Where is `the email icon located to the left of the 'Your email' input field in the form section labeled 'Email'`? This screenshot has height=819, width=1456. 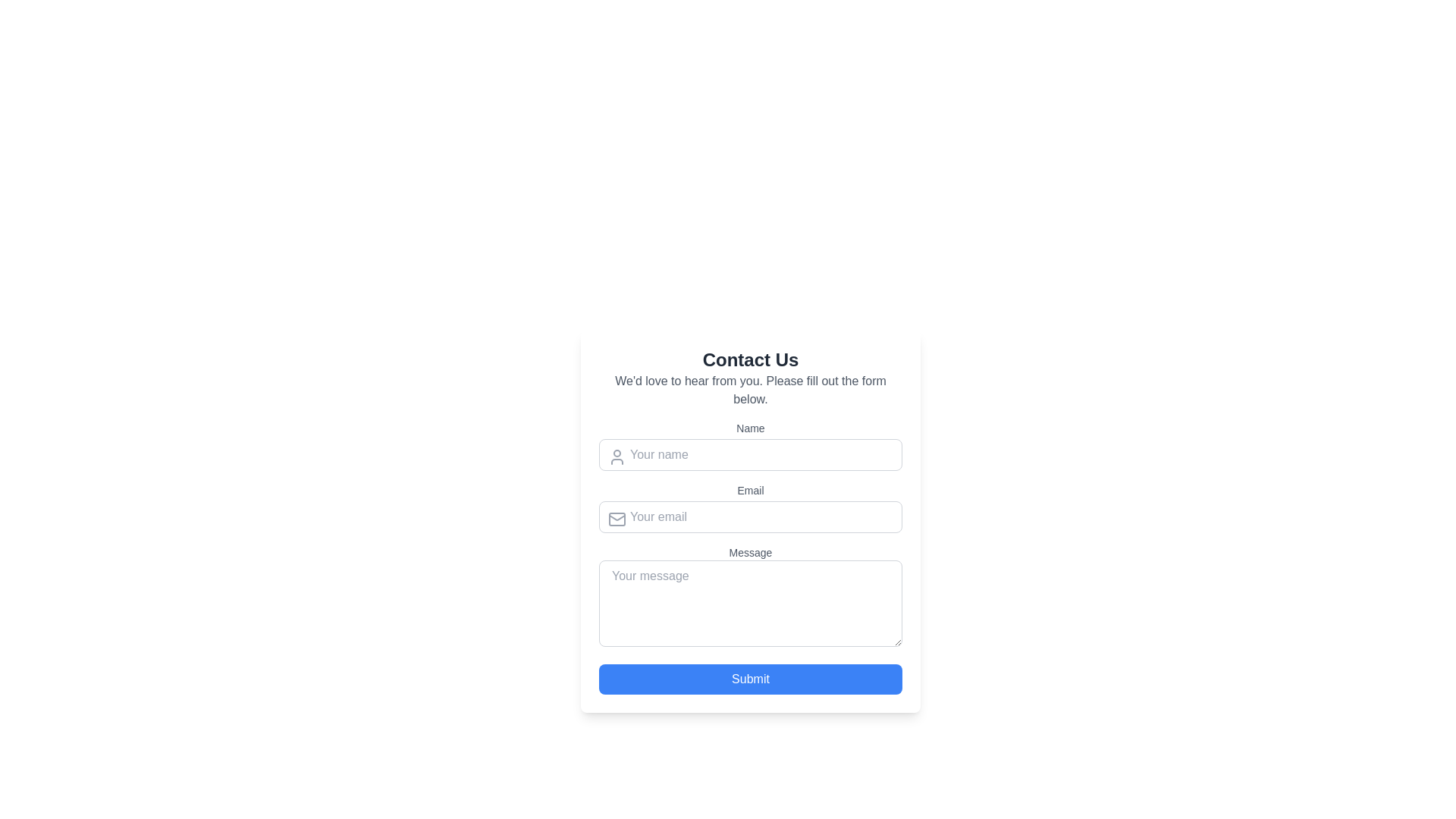 the email icon located to the left of the 'Your email' input field in the form section labeled 'Email' is located at coordinates (617, 519).